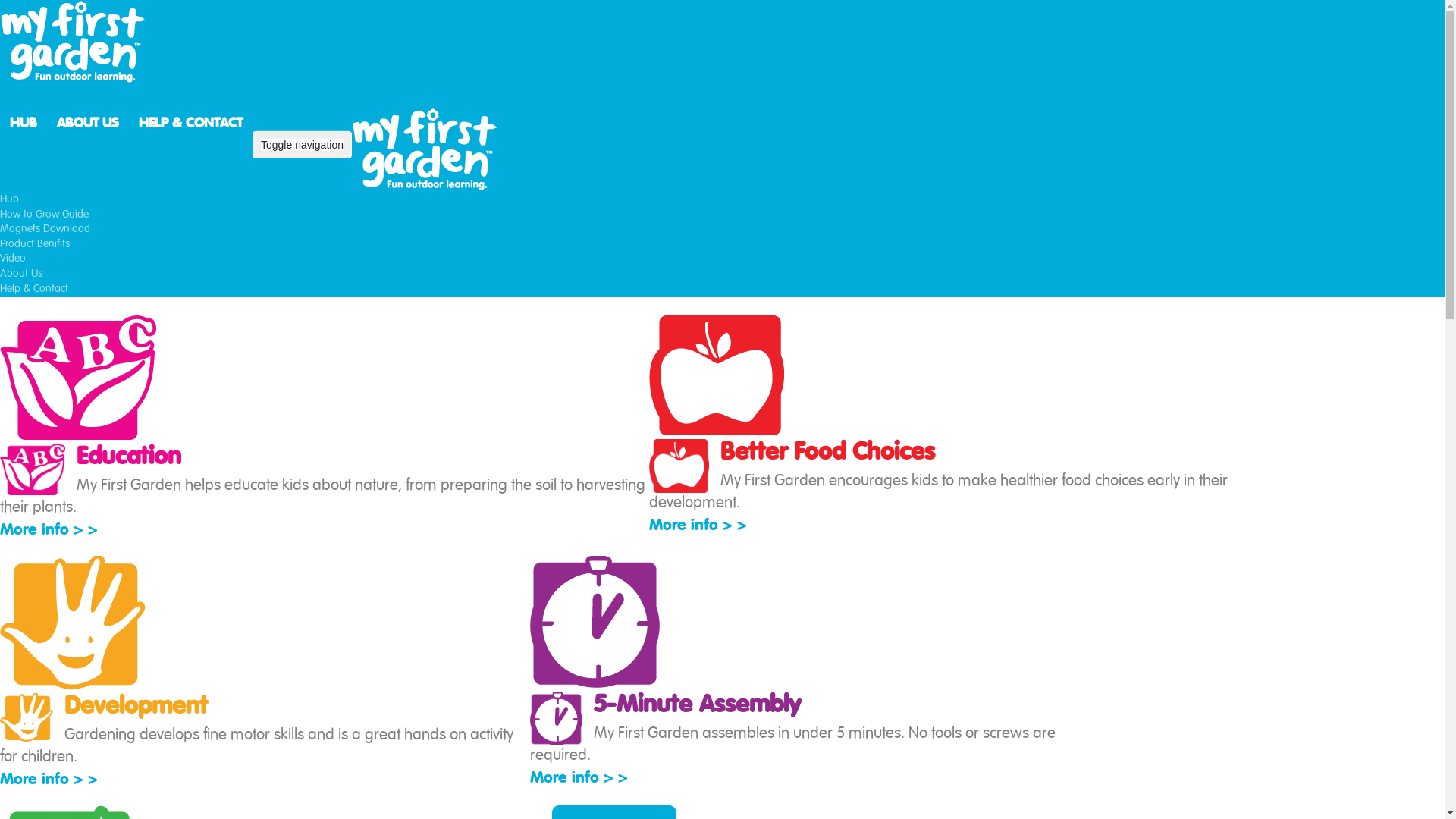 The height and width of the screenshot is (819, 1456). I want to click on 'HUB', so click(23, 121).